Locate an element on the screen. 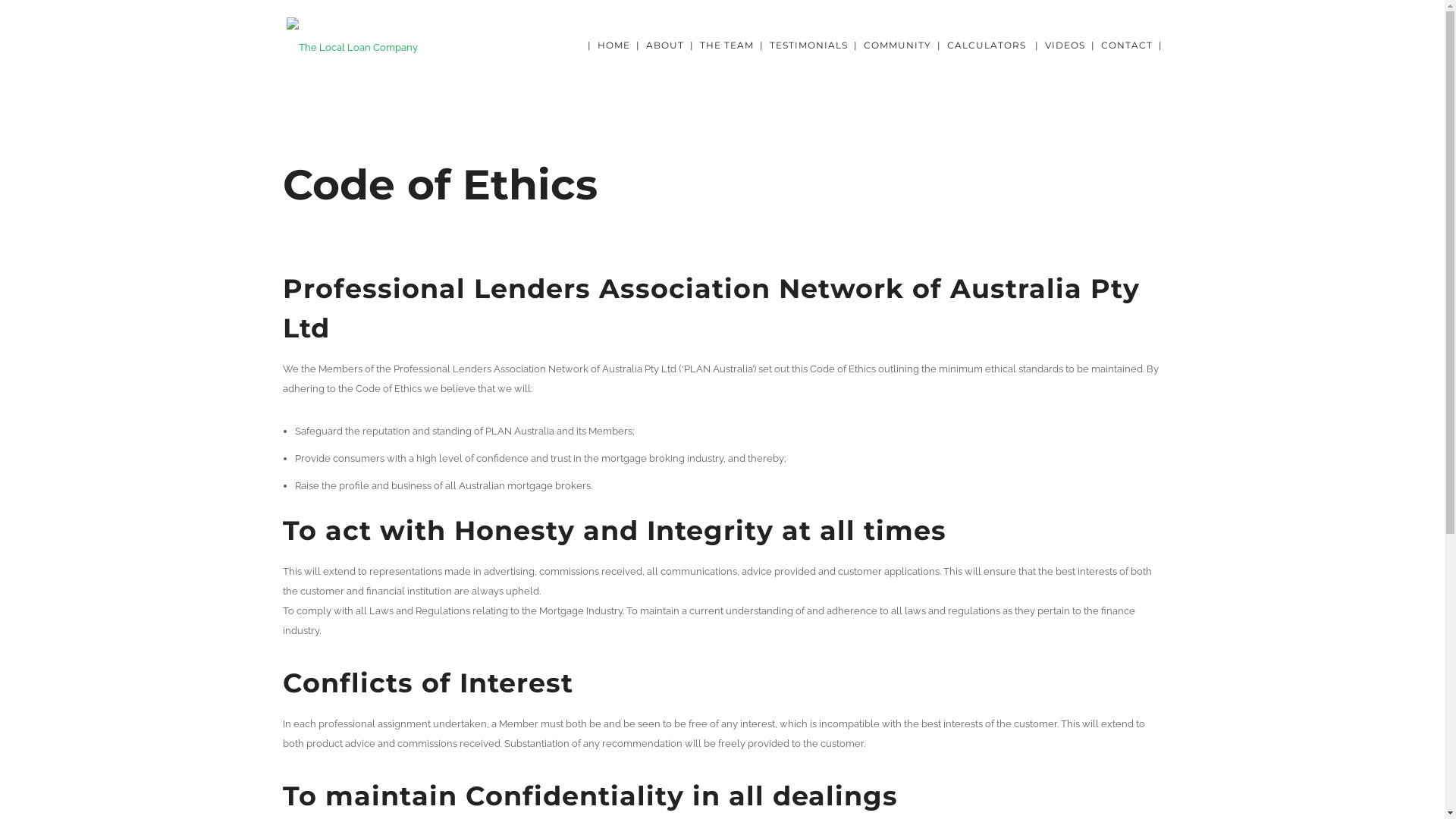  'CONTACT' is located at coordinates (1127, 44).